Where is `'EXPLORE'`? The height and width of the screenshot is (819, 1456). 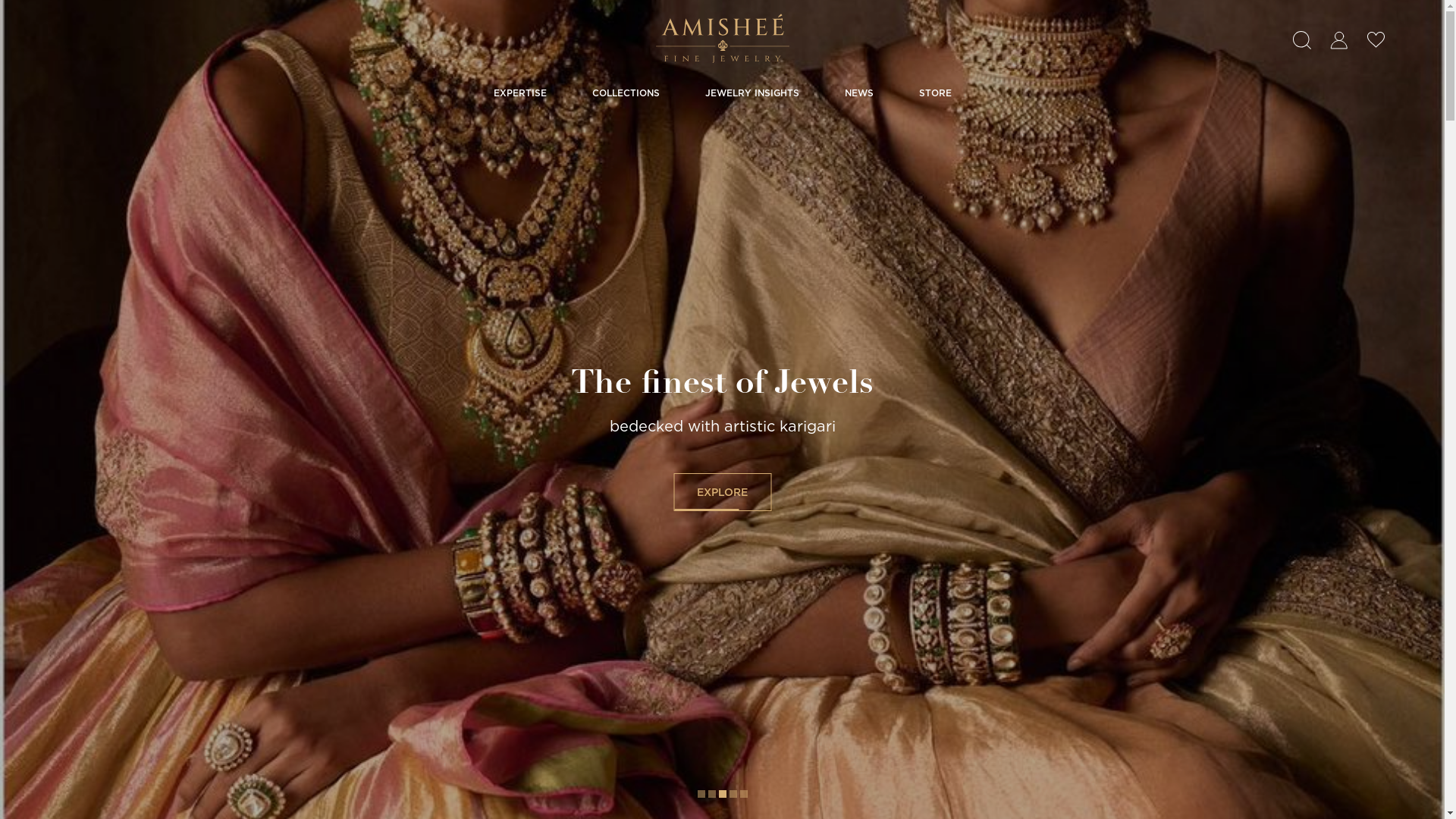 'EXPLORE' is located at coordinates (721, 491).